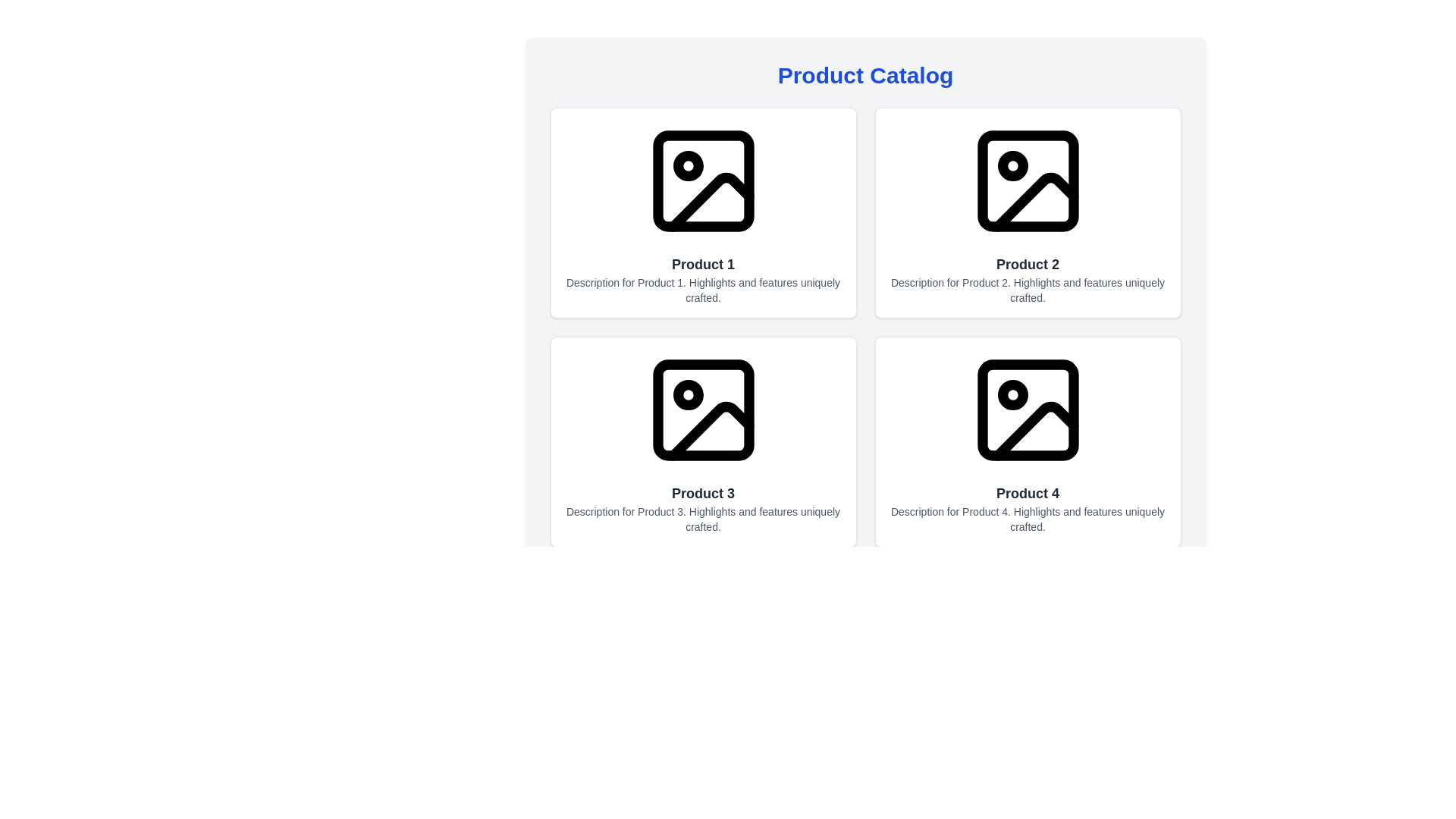 Image resolution: width=1456 pixels, height=819 pixels. What do you see at coordinates (687, 394) in the screenshot?
I see `the small circular shape located within the image icon of the Product 3 card in the top-left corner of the picture frame icon` at bounding box center [687, 394].